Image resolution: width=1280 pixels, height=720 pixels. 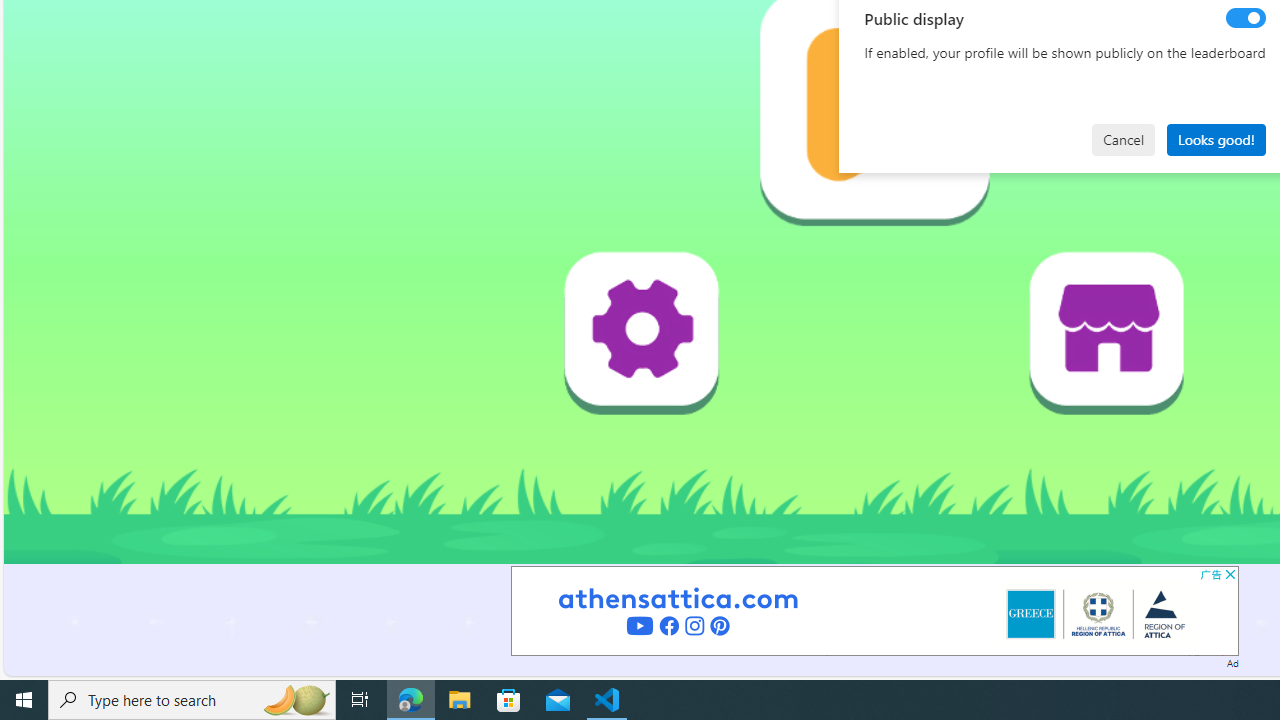 What do you see at coordinates (24, 698) in the screenshot?
I see `'Start'` at bounding box center [24, 698].